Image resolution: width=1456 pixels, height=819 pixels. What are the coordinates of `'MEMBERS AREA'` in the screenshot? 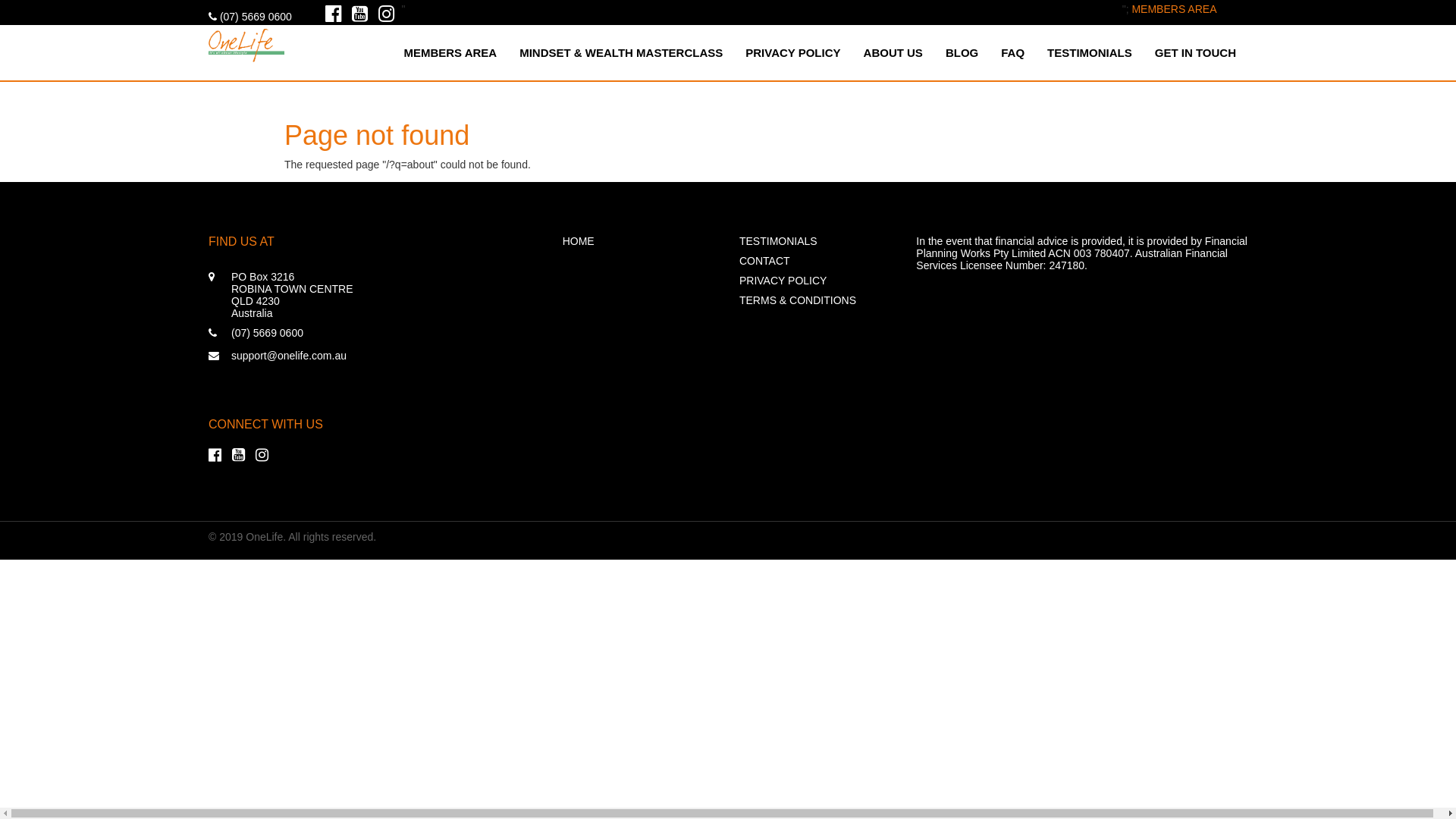 It's located at (1173, 8).